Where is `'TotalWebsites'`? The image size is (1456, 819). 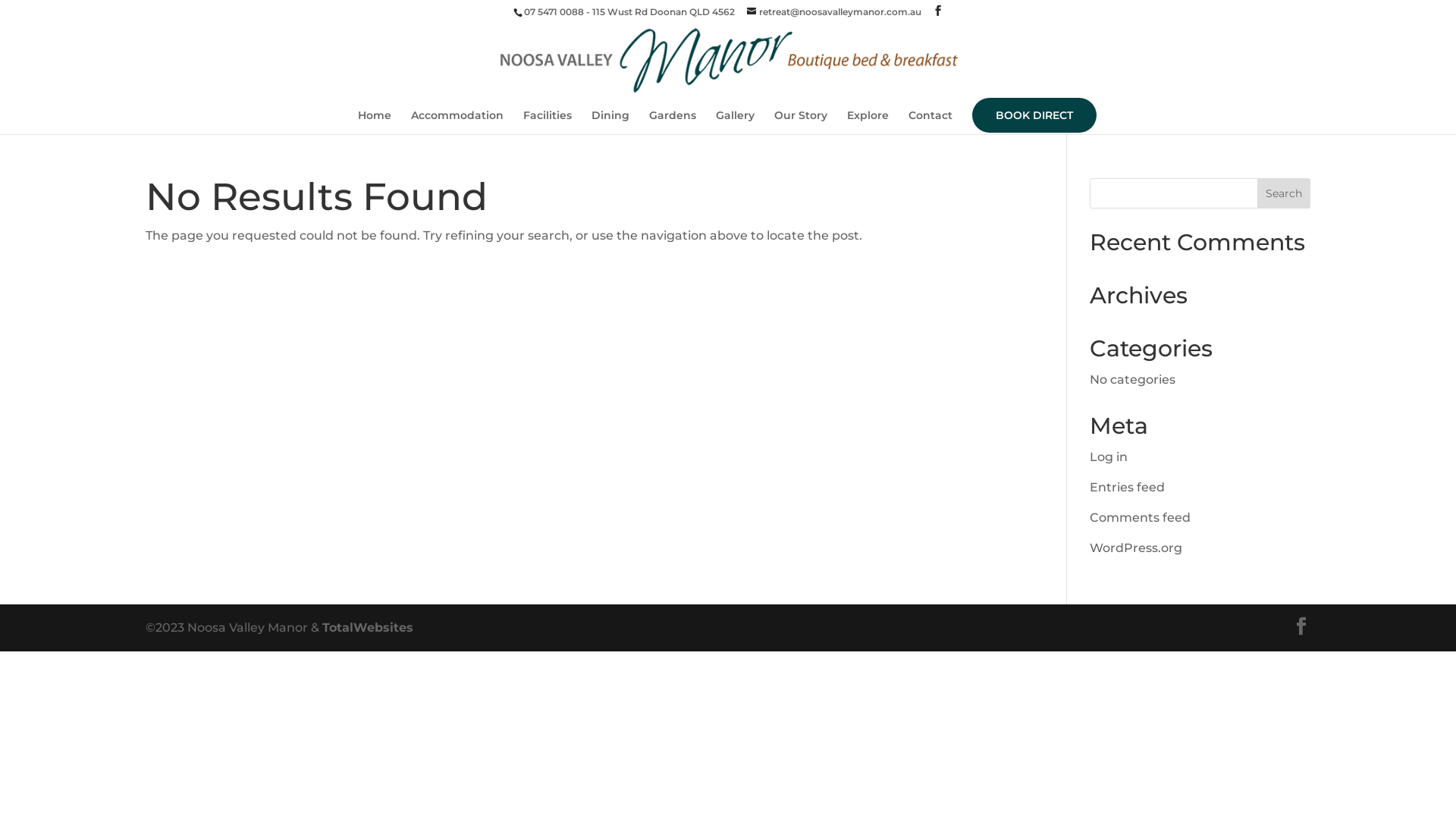 'TotalWebsites' is located at coordinates (367, 627).